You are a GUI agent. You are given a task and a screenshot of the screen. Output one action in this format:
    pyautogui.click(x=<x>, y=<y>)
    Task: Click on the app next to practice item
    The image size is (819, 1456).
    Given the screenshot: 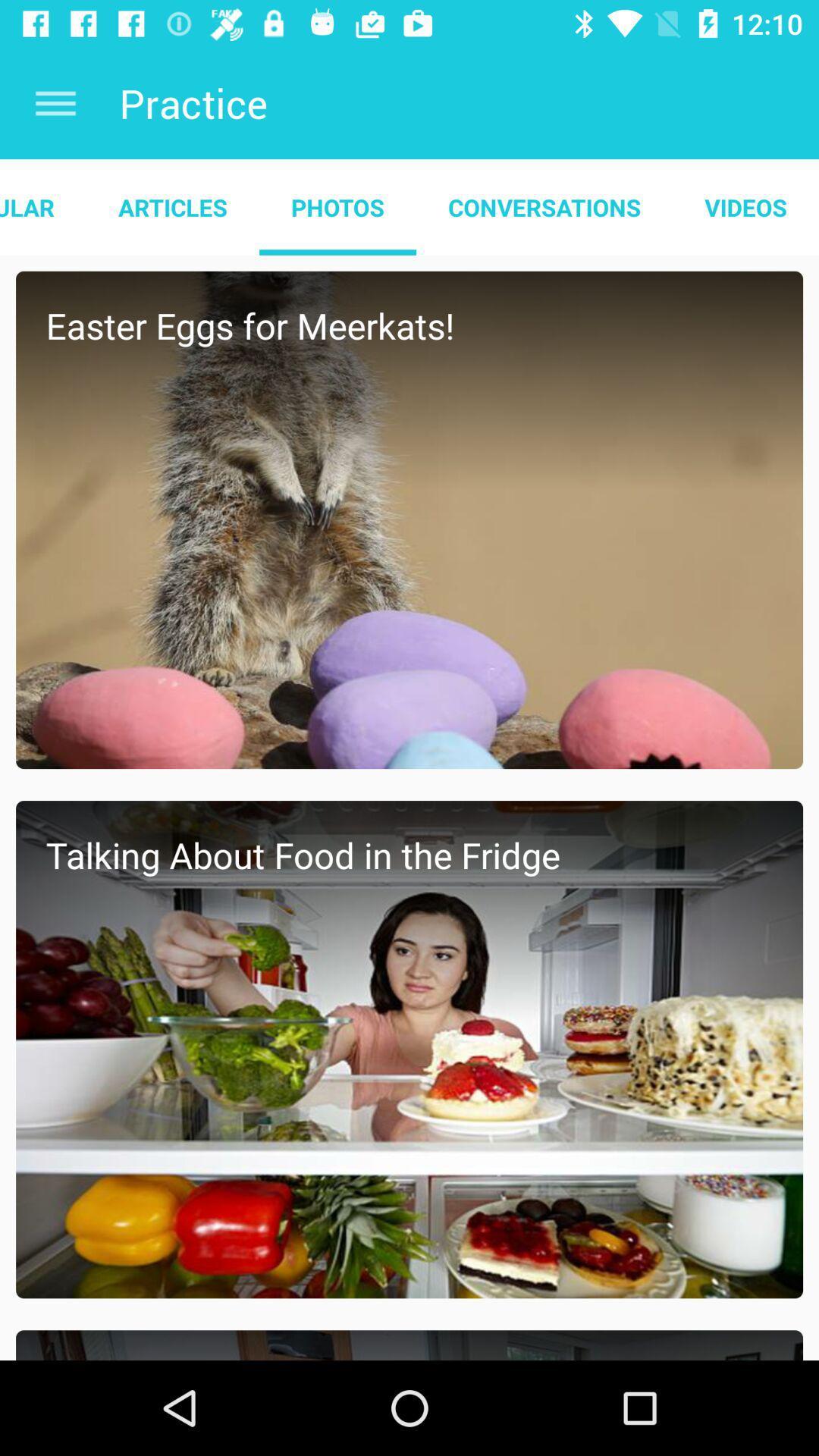 What is the action you would take?
    pyautogui.click(x=55, y=102)
    